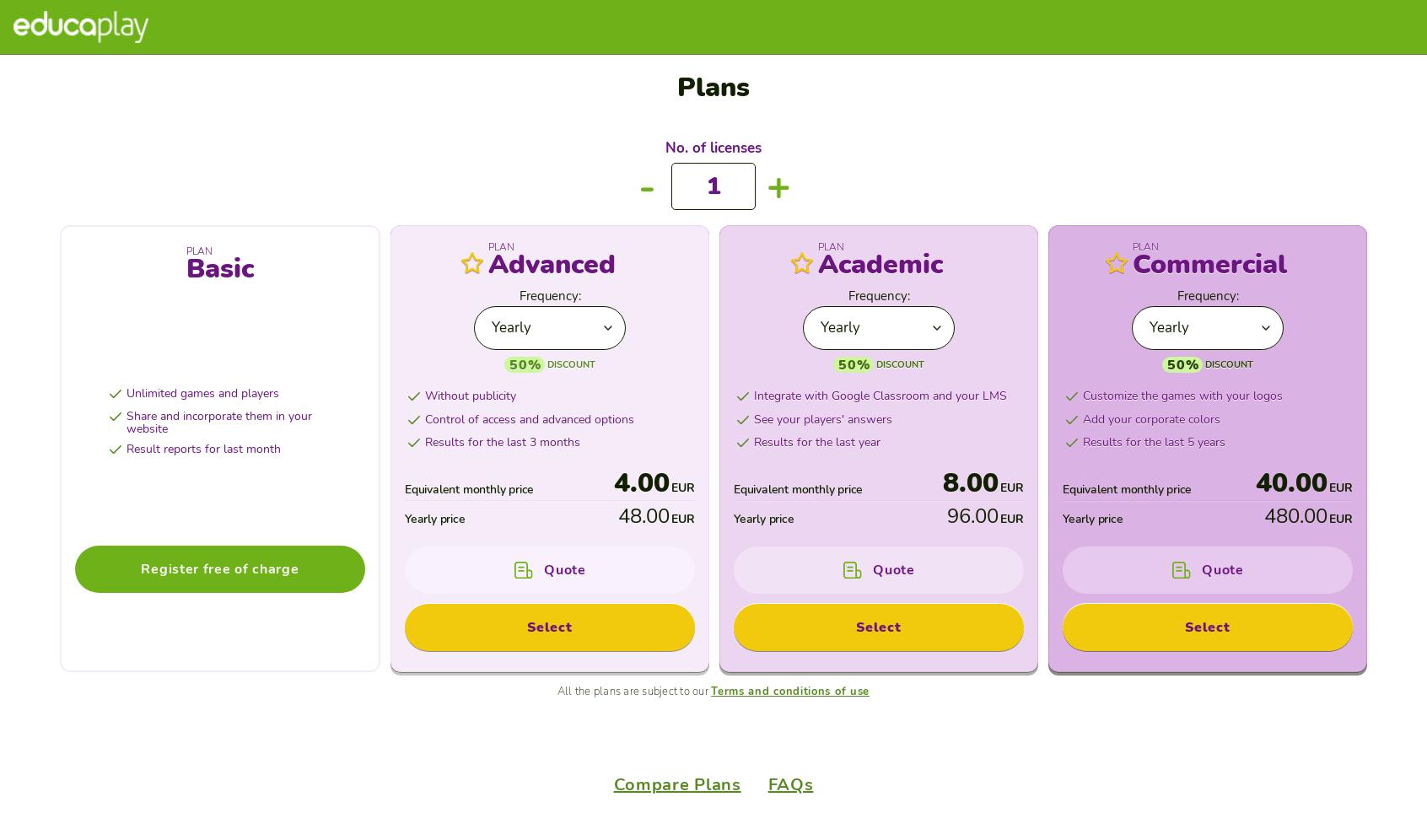  What do you see at coordinates (1029, 54) in the screenshot?
I see `'Academic'` at bounding box center [1029, 54].